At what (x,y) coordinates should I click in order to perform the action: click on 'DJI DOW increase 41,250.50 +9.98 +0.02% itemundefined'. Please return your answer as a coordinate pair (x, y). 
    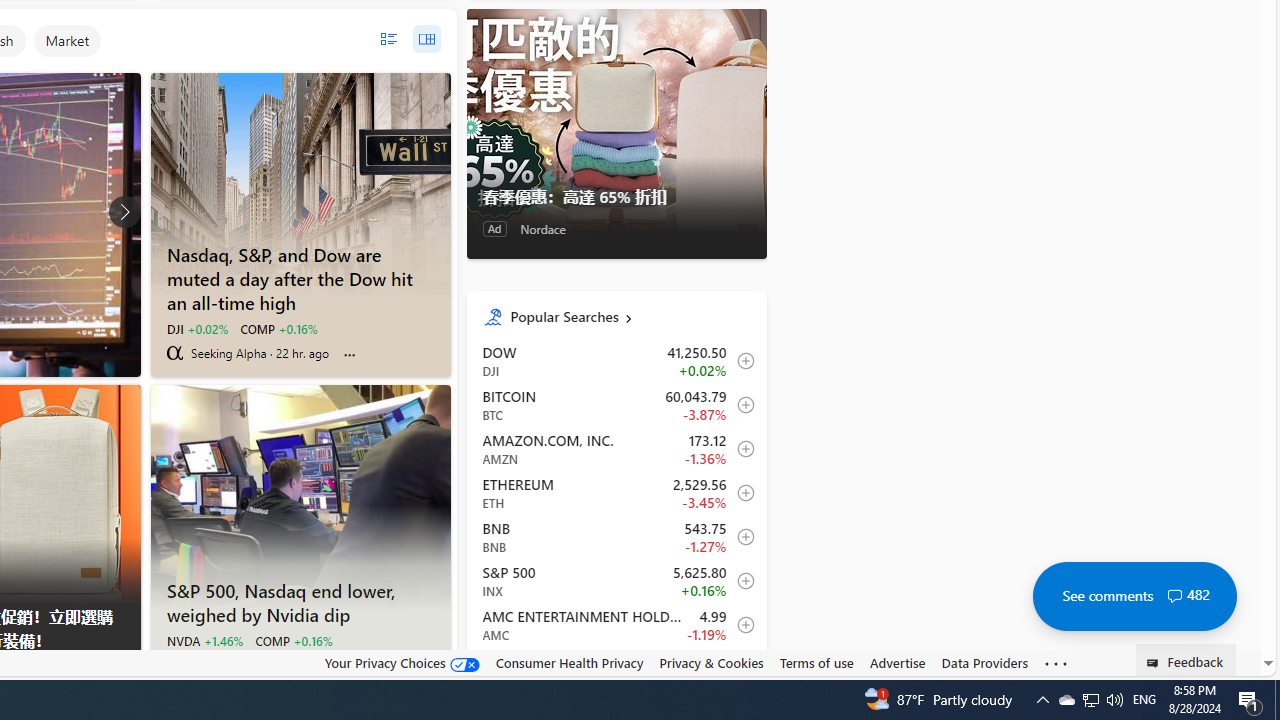
    Looking at the image, I should click on (615, 361).